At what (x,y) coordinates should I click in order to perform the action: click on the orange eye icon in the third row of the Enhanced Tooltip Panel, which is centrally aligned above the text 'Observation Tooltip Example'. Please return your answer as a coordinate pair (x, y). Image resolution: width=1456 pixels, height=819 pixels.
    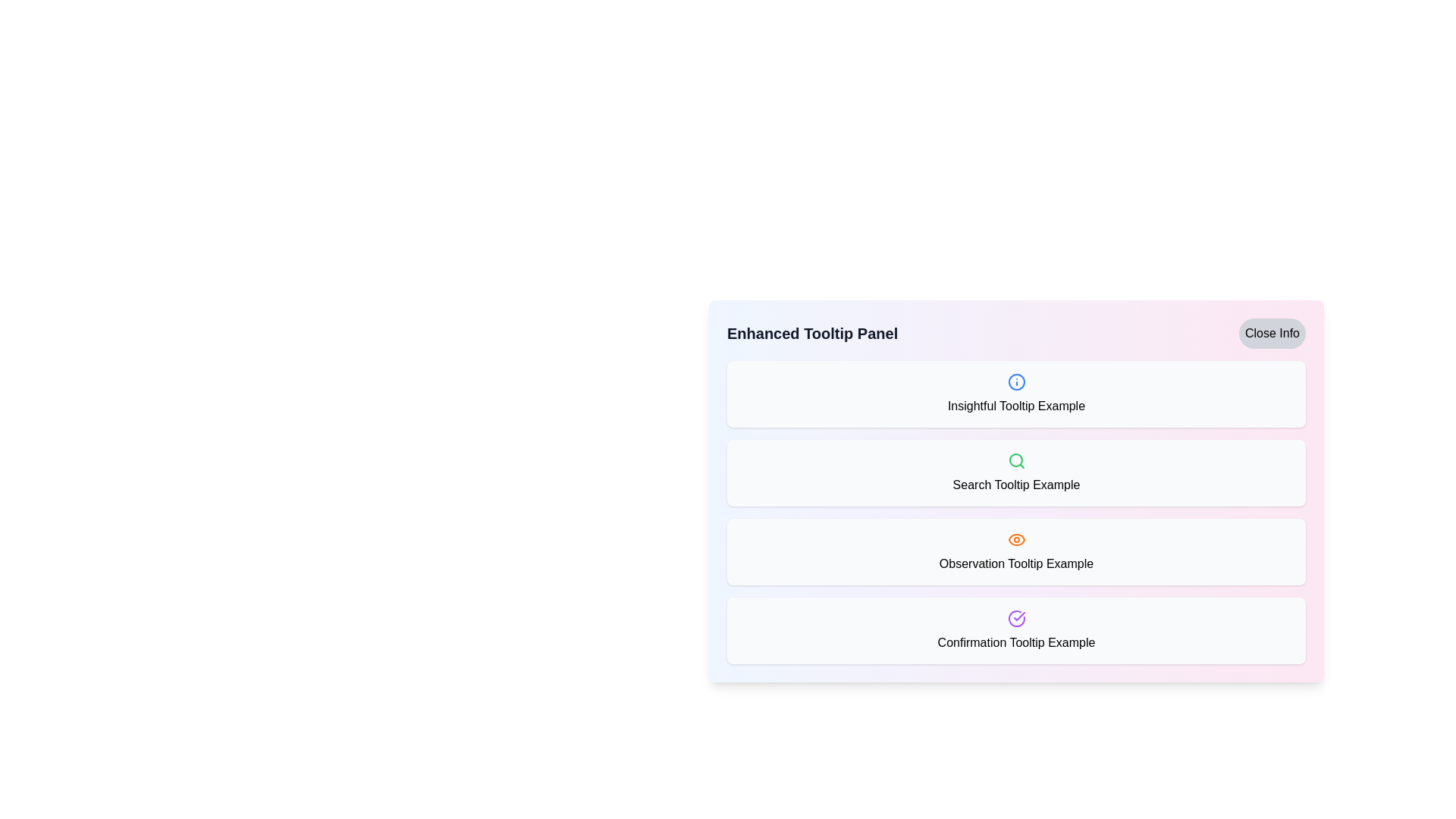
    Looking at the image, I should click on (1016, 539).